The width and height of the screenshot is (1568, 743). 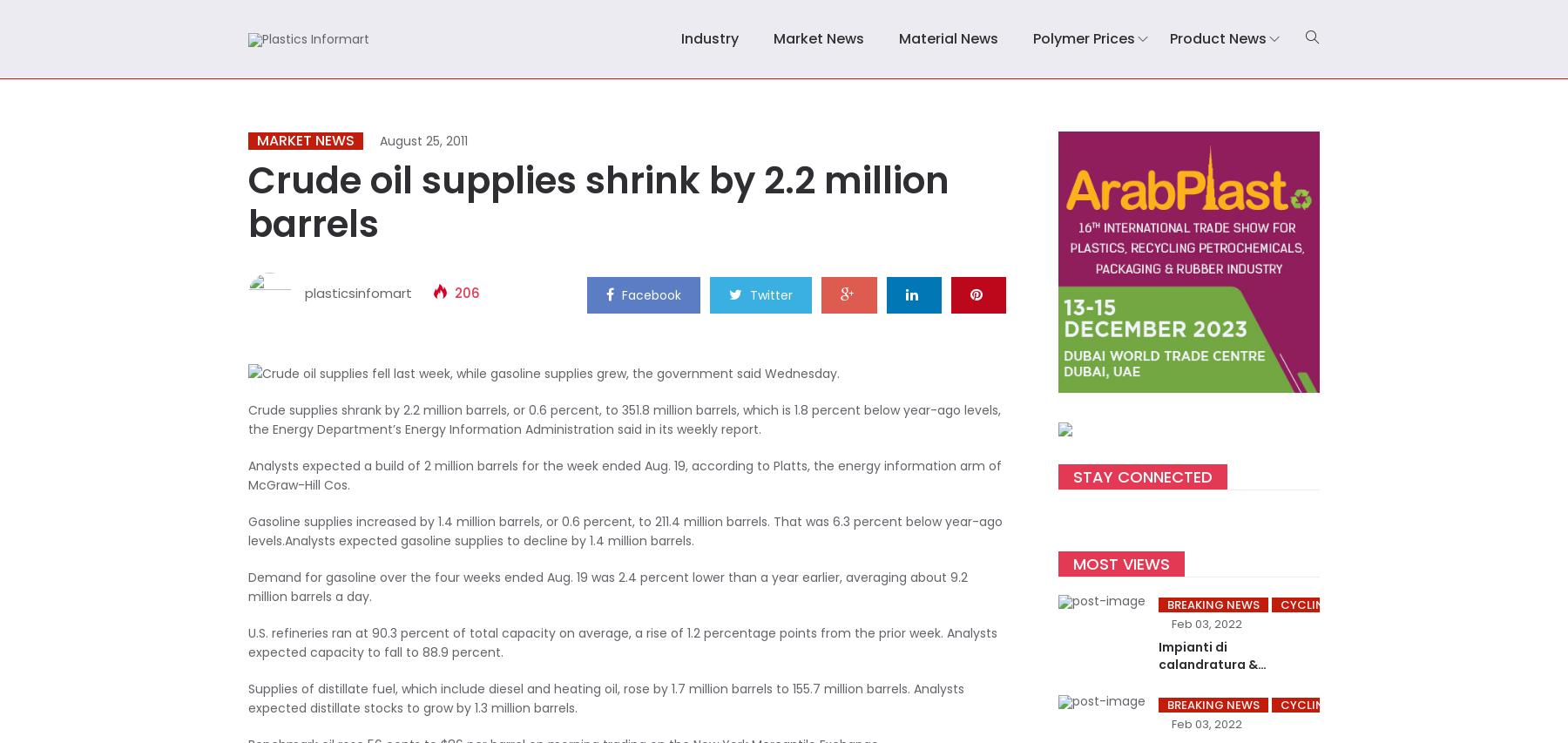 What do you see at coordinates (605, 697) in the screenshot?
I see `'Supplies of distillate fuel, which include diesel and heating oil, rose by 1.7 million barrels to 155.7 million barrels. Analysts expected distillate stocks to grow by 1.3 million barrels.'` at bounding box center [605, 697].